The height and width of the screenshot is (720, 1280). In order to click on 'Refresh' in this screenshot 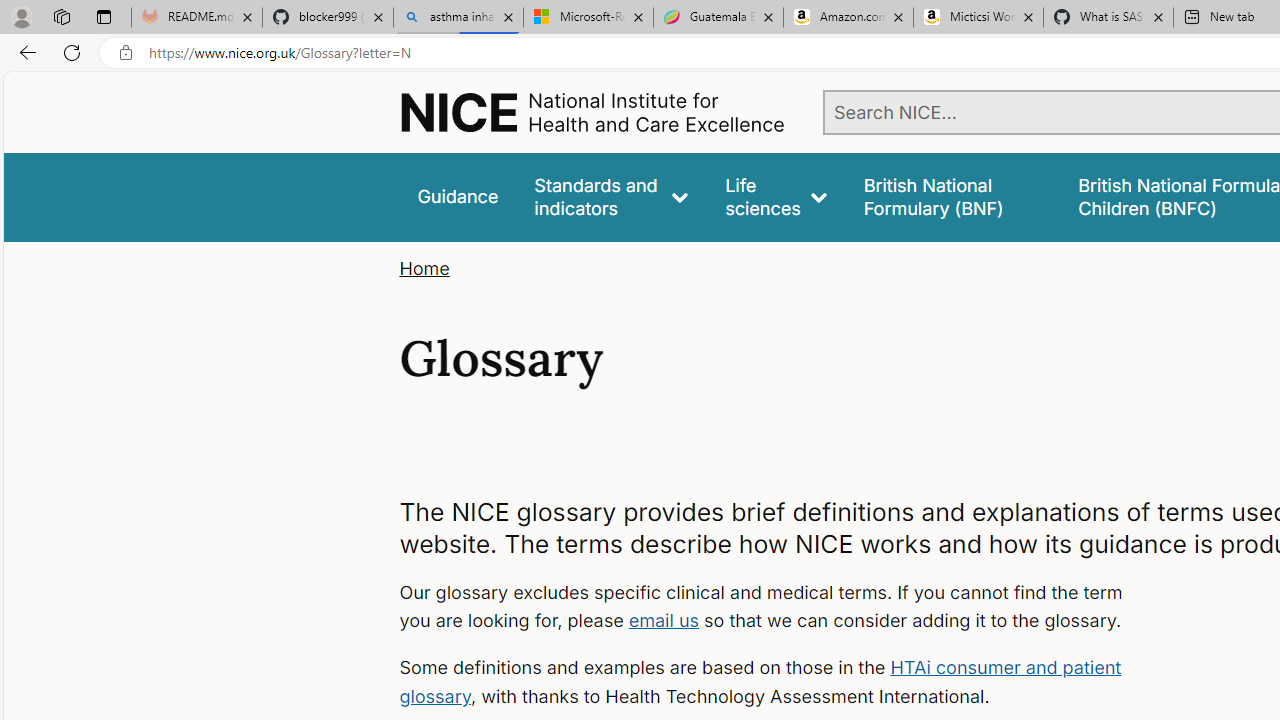, I will do `click(72, 51)`.